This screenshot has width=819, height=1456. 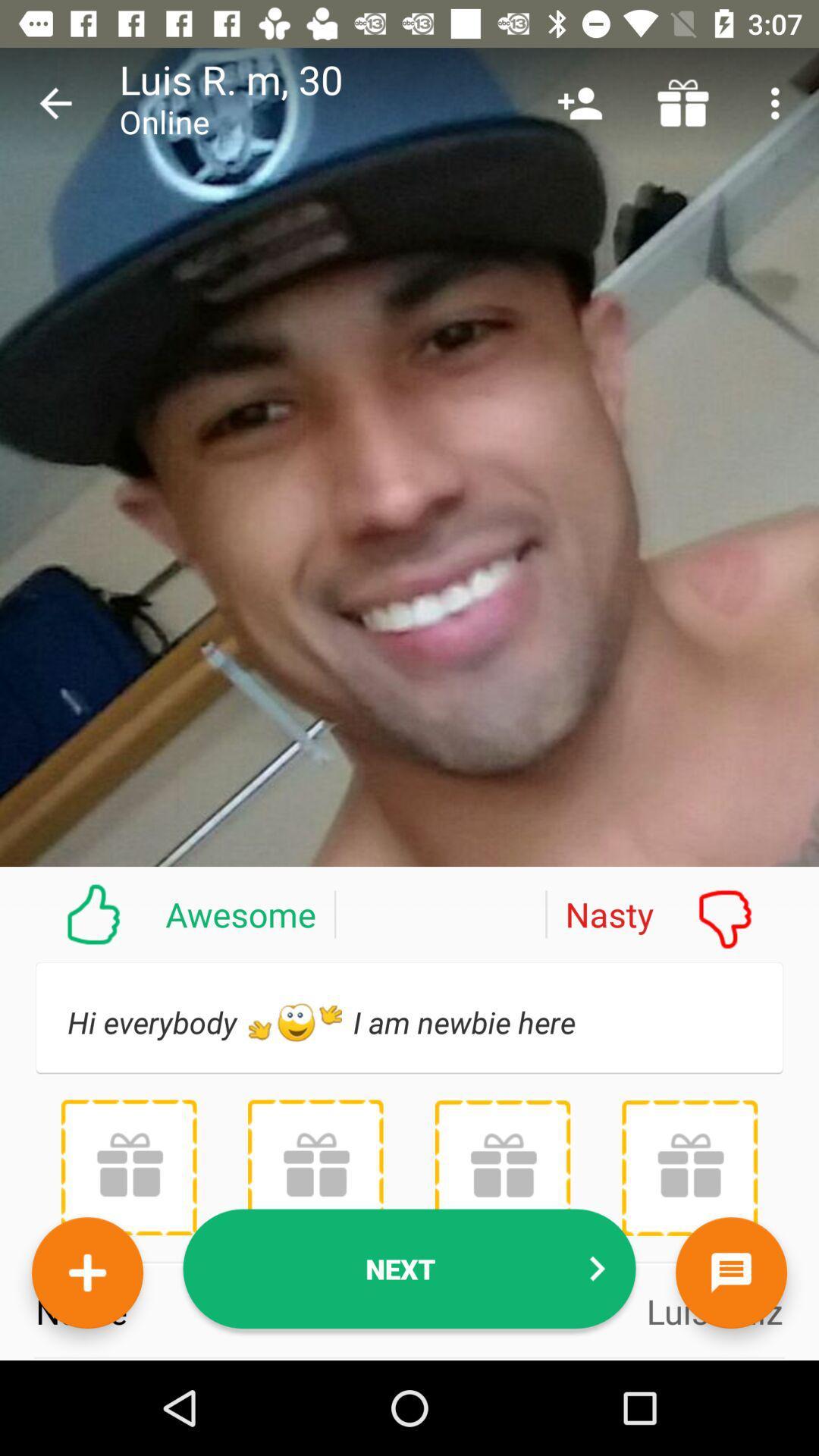 I want to click on icon below the hi everybody h item, so click(x=689, y=1167).